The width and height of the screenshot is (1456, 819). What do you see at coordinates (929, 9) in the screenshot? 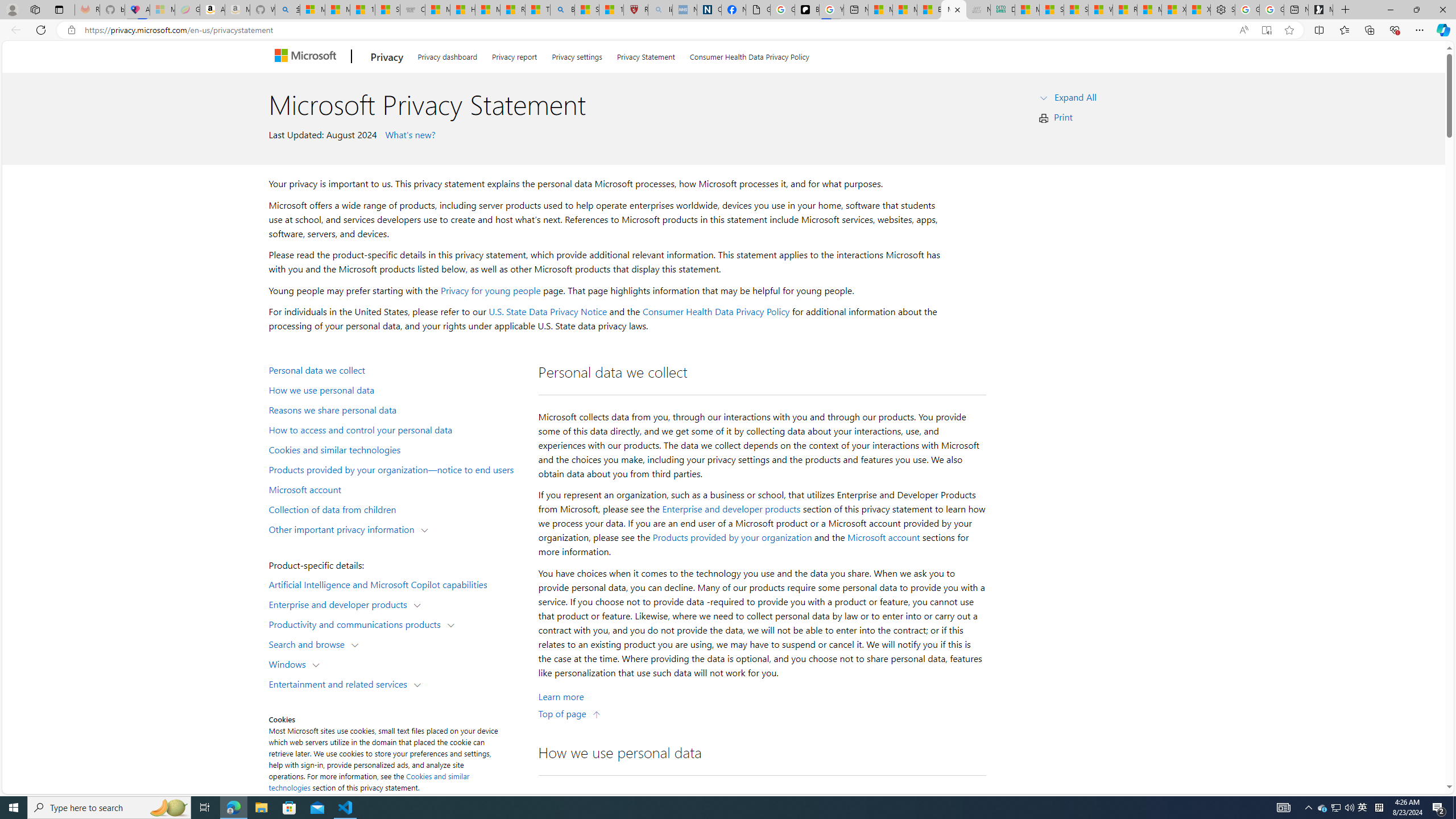
I see `'Entertainment - MSN'` at bounding box center [929, 9].